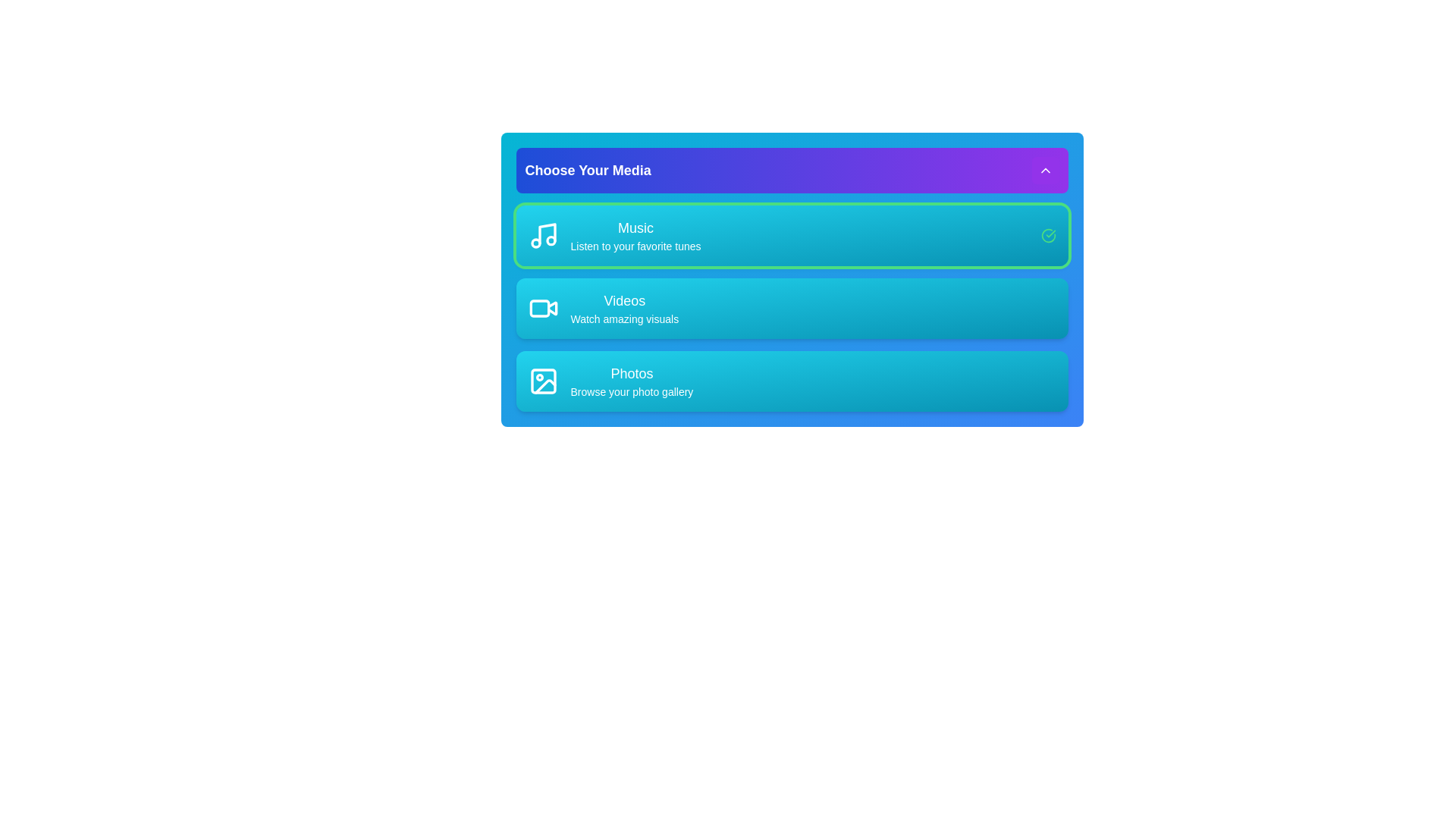 Image resolution: width=1456 pixels, height=819 pixels. Describe the element at coordinates (1044, 170) in the screenshot. I see `the expand/collapse button to toggle the menu visibility` at that location.